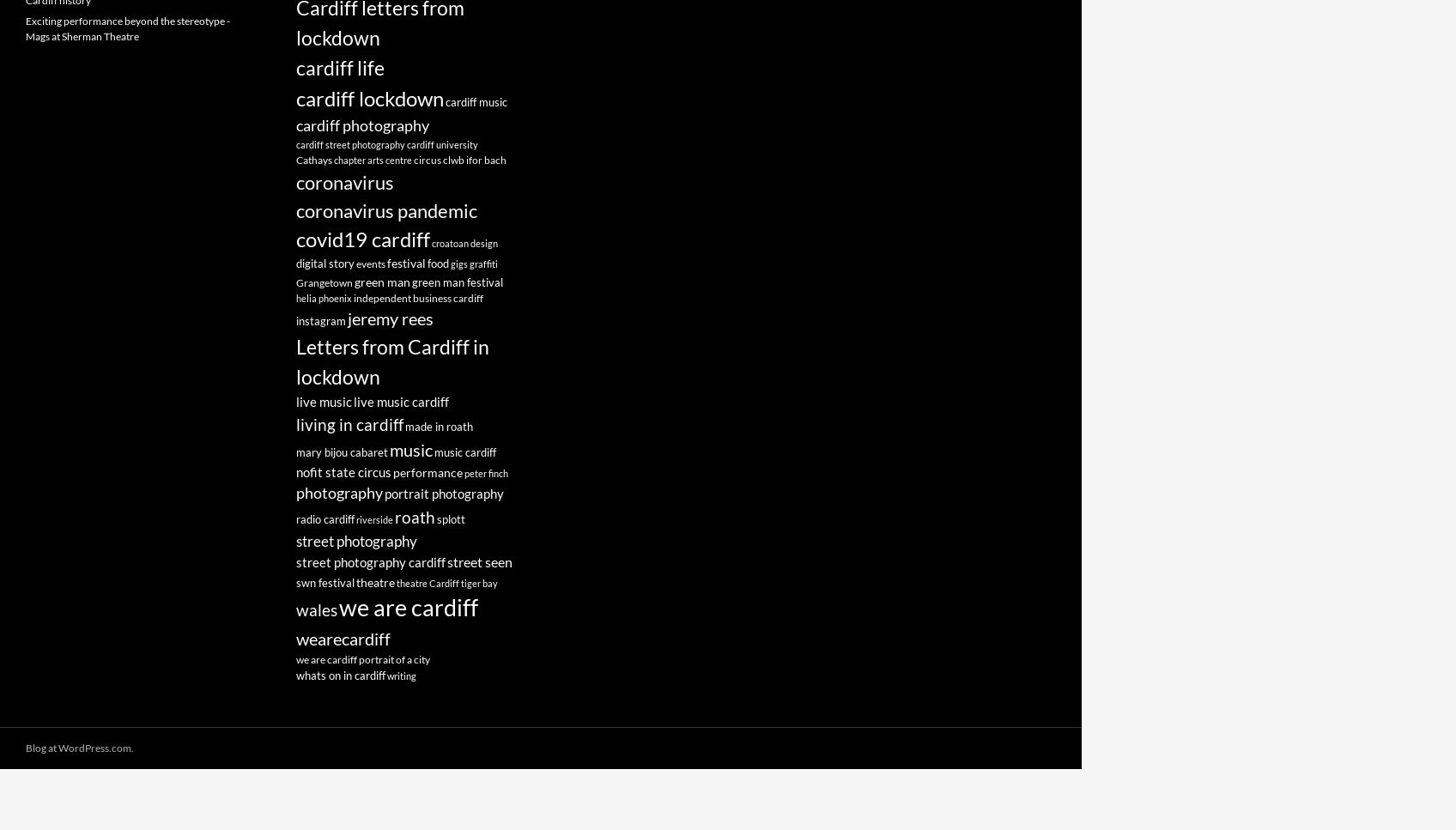  Describe the element at coordinates (468, 264) in the screenshot. I see `'graffiti'` at that location.